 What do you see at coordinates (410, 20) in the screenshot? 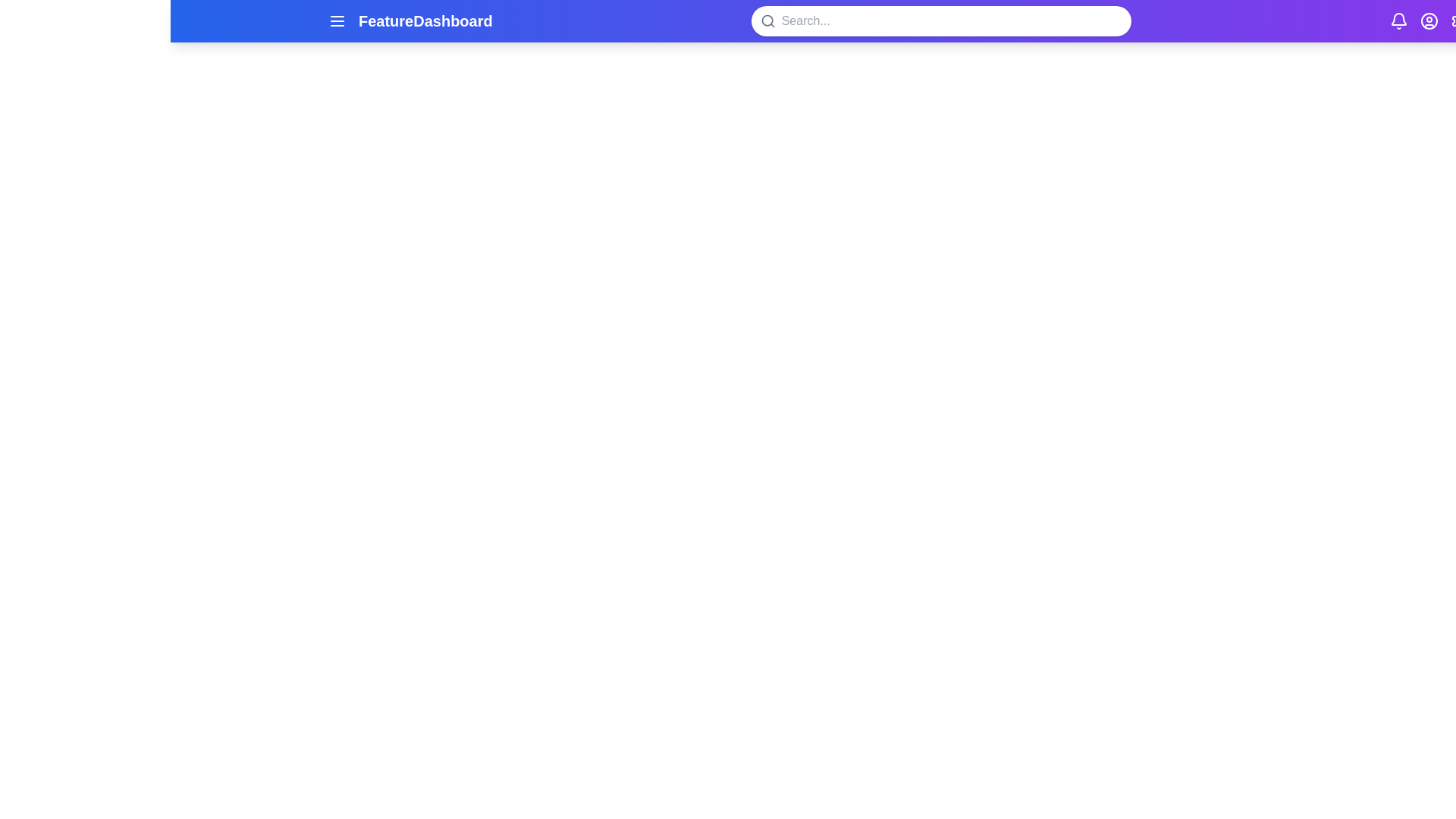
I see `the 'FeatureDashboard' text in the header bar` at bounding box center [410, 20].